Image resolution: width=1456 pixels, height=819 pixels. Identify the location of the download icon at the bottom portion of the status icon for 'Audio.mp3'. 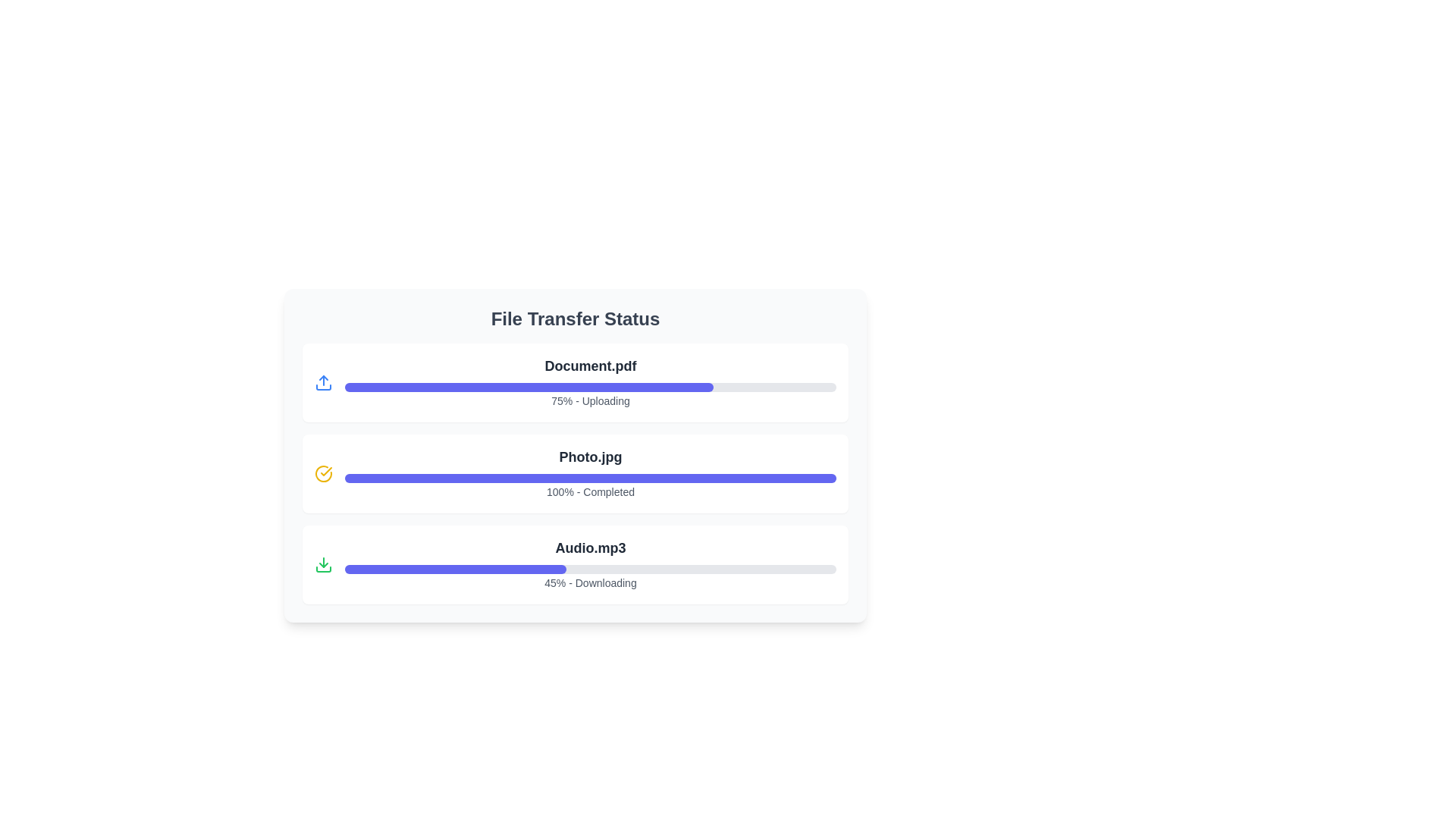
(323, 570).